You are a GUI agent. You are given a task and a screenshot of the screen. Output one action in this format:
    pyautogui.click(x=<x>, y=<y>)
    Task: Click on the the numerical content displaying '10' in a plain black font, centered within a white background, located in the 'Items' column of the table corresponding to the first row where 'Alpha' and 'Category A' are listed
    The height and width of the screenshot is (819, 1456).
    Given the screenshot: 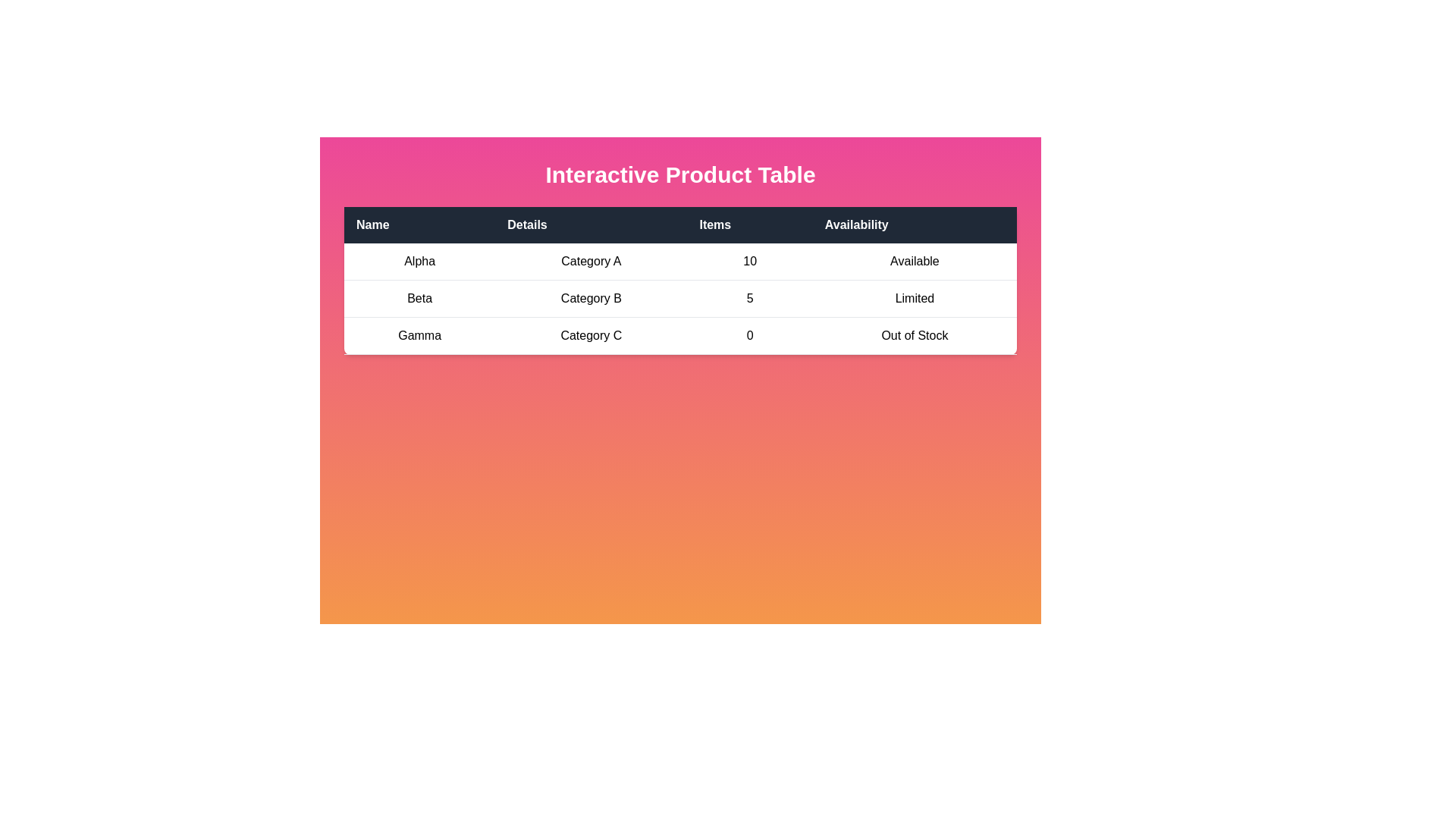 What is the action you would take?
    pyautogui.click(x=750, y=261)
    